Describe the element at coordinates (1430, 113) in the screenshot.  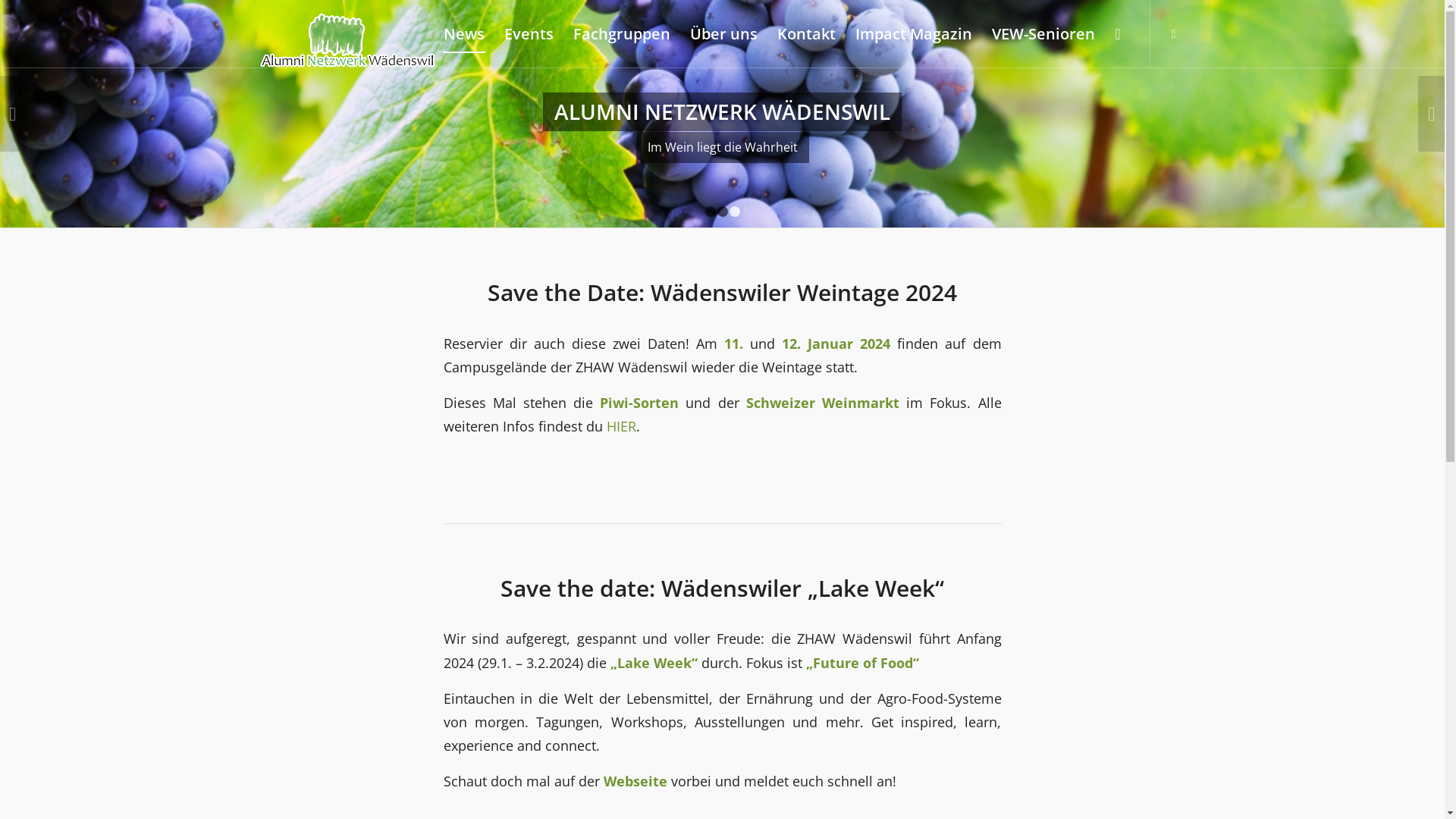
I see `'Weiter'` at that location.